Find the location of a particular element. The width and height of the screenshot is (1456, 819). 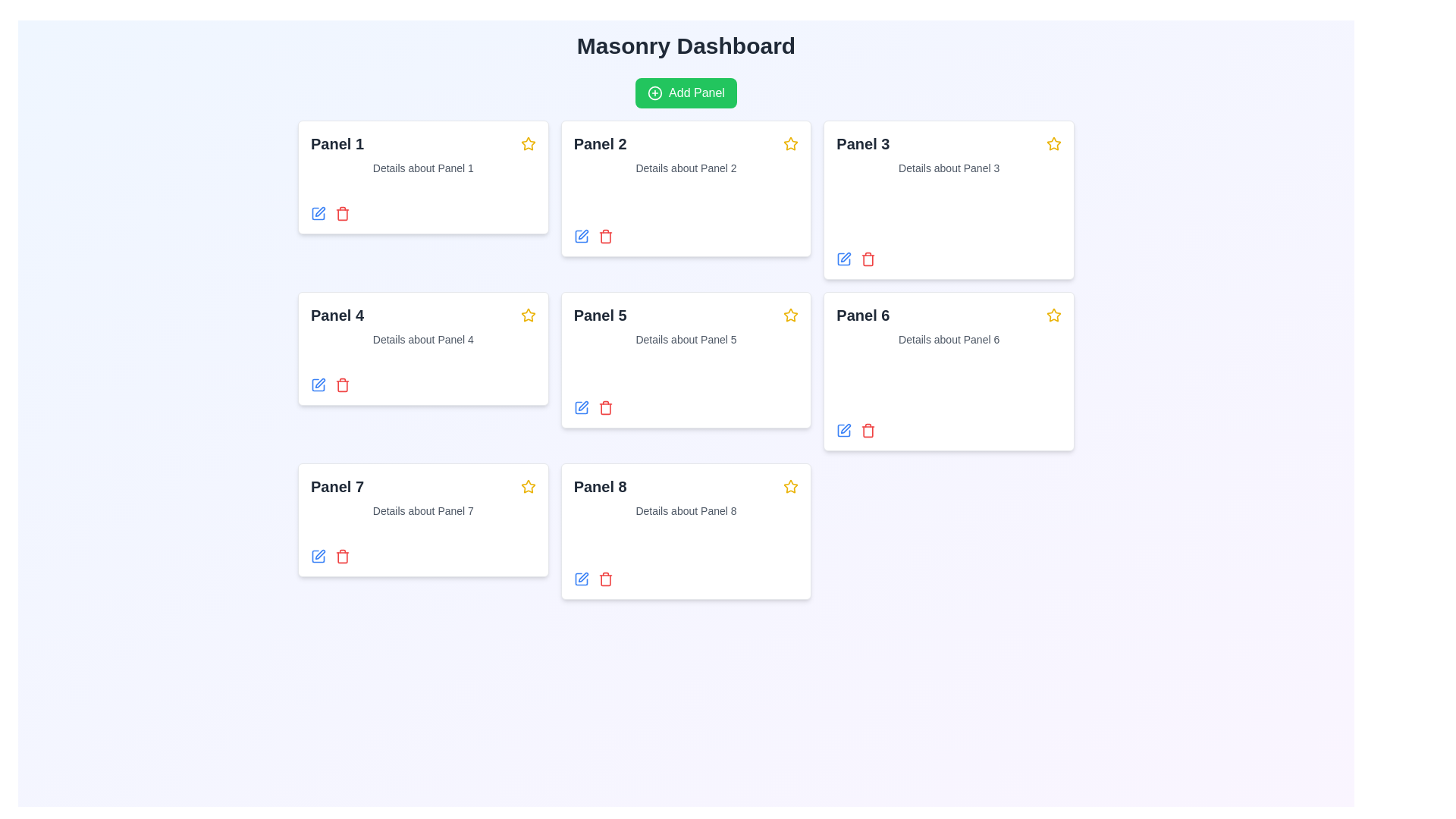

the red trash icon in 'Panel 2' is located at coordinates (604, 237).